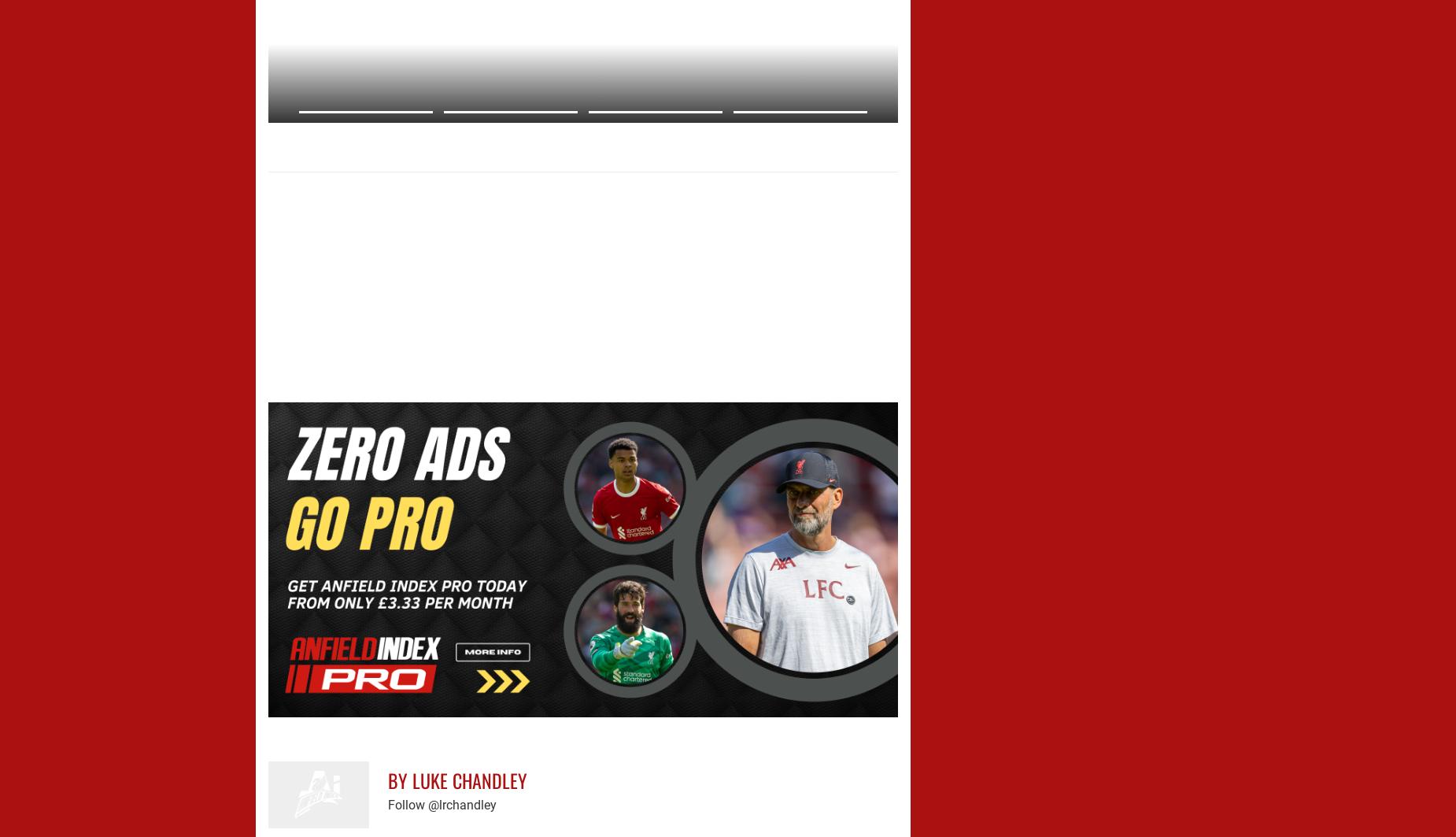 The width and height of the screenshot is (1456, 837). I want to click on 'Journalist: Lavia Agrees 5 Year Liverpool Deal, Medical Next', so click(267, 135).